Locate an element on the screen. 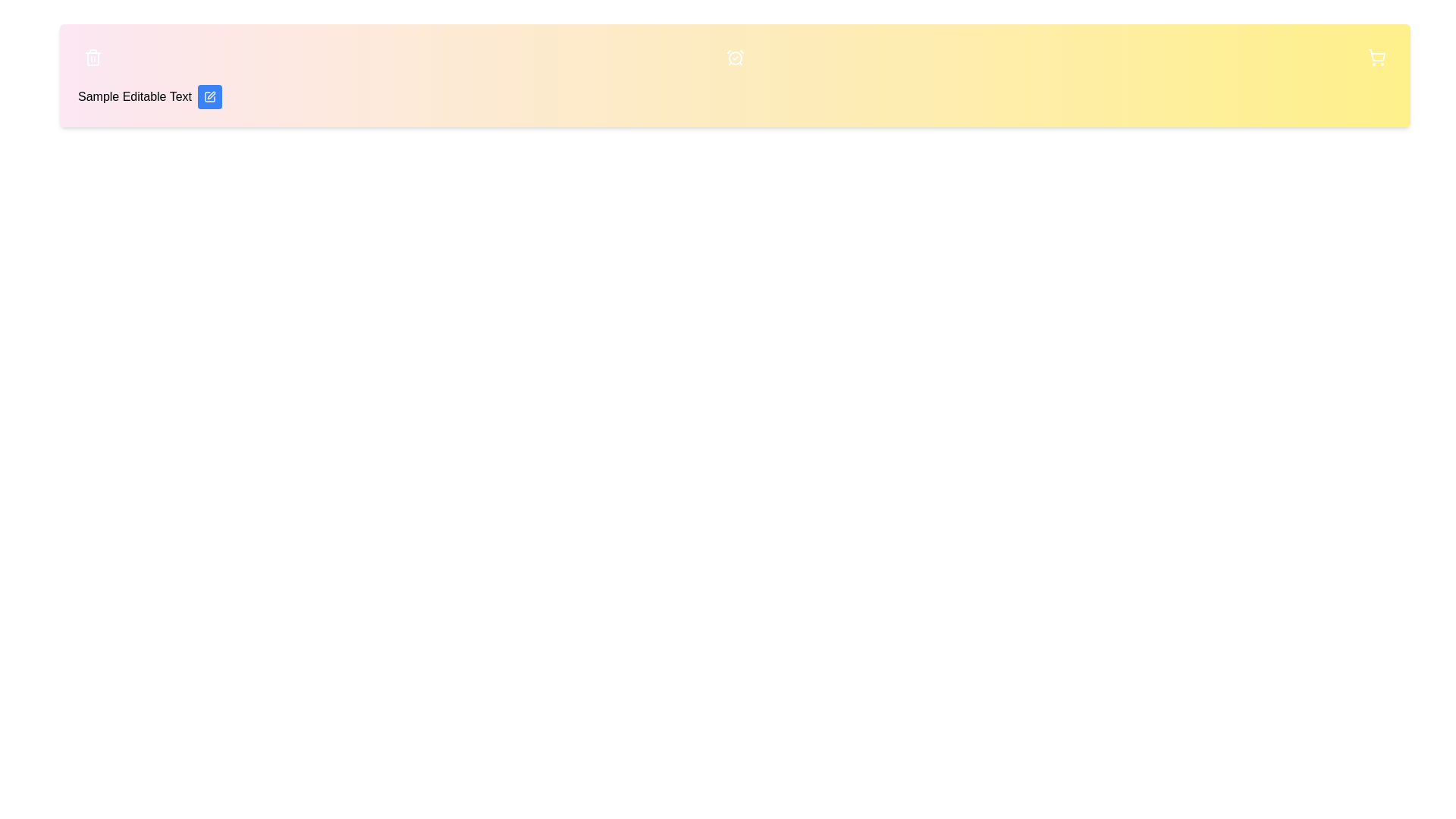  the pen-shaped icon with a blue background located near the text labeled 'Sample Editable Text.' is located at coordinates (210, 96).